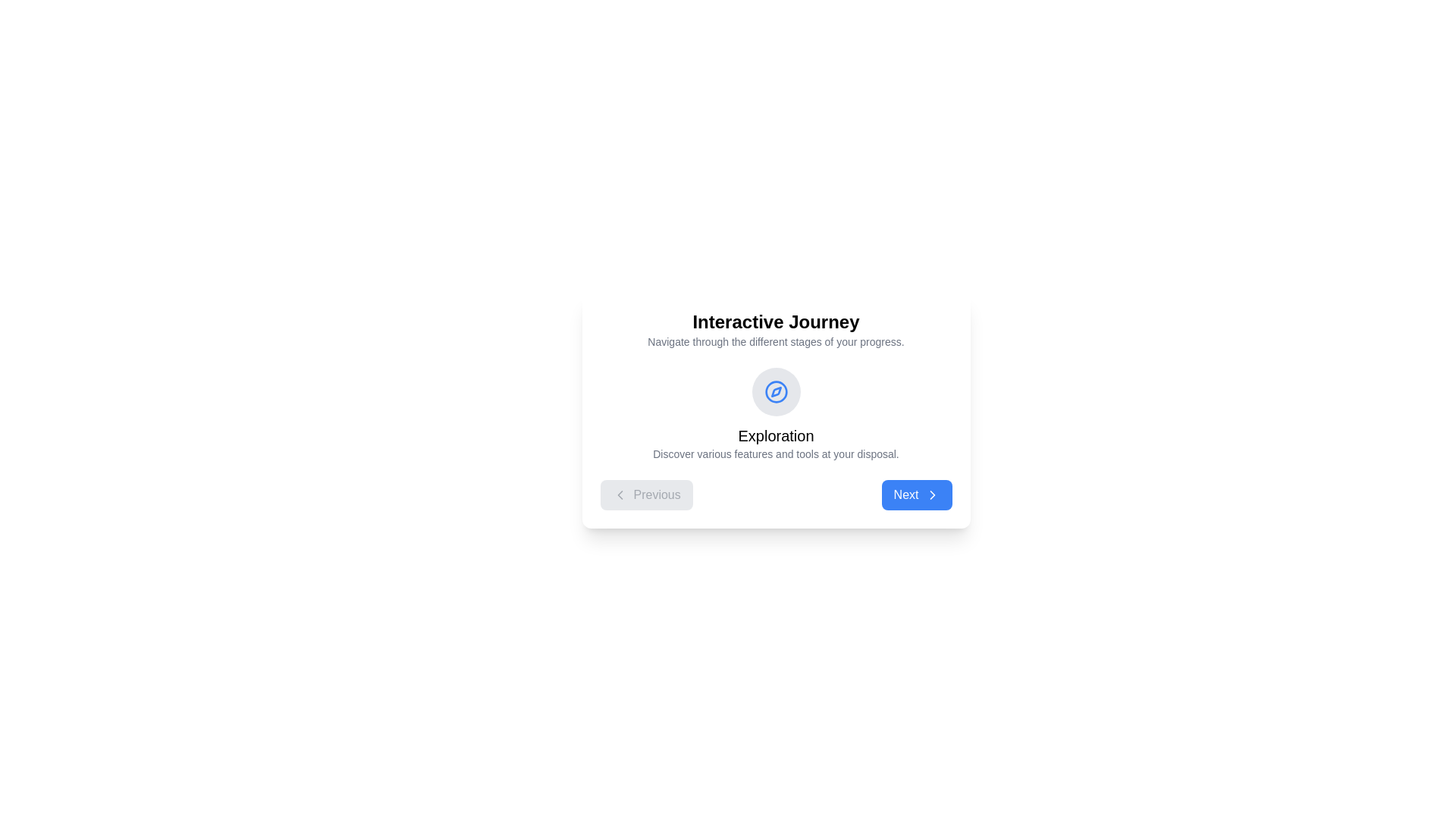 The image size is (1456, 819). I want to click on static text label located below the 'Interactive Journey' heading, which provides additional context about the interface segment, so click(776, 342).